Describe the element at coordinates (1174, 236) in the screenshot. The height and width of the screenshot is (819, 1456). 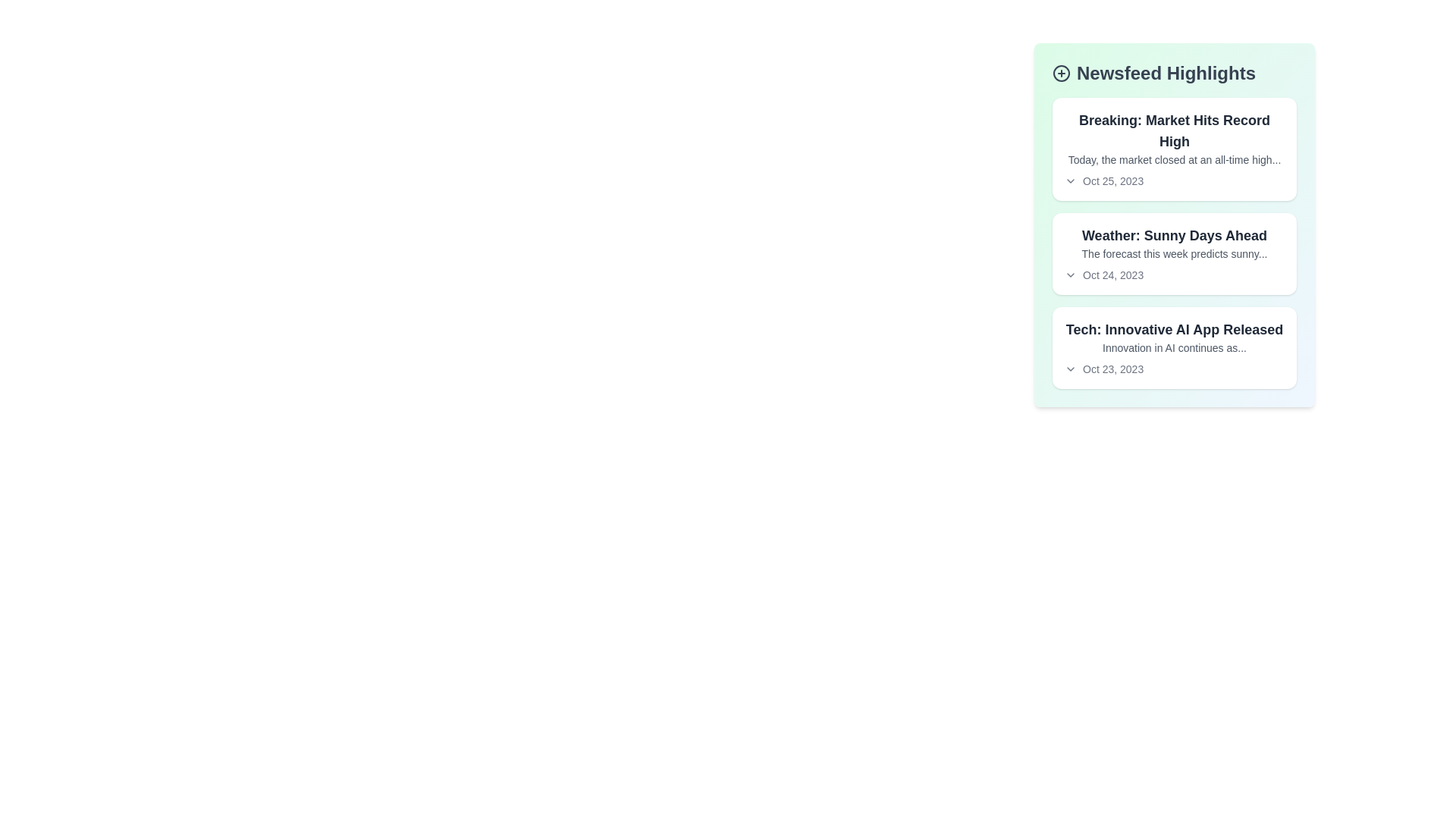
I see `the text of the article titled 'Weather: Sunny Days Ahead'` at that location.